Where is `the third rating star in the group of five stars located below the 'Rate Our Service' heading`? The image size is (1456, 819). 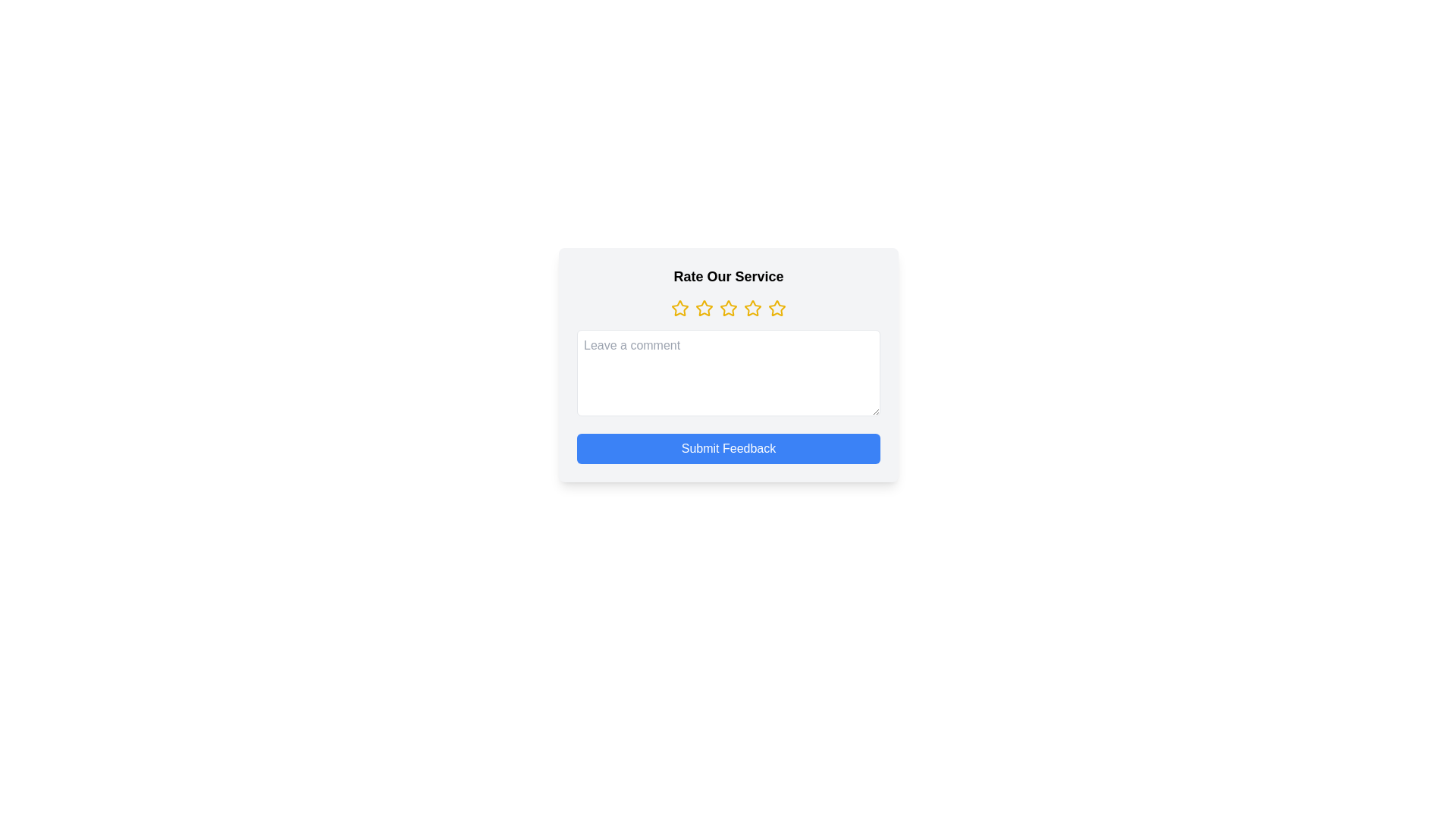
the third rating star in the group of five stars located below the 'Rate Our Service' heading is located at coordinates (704, 307).